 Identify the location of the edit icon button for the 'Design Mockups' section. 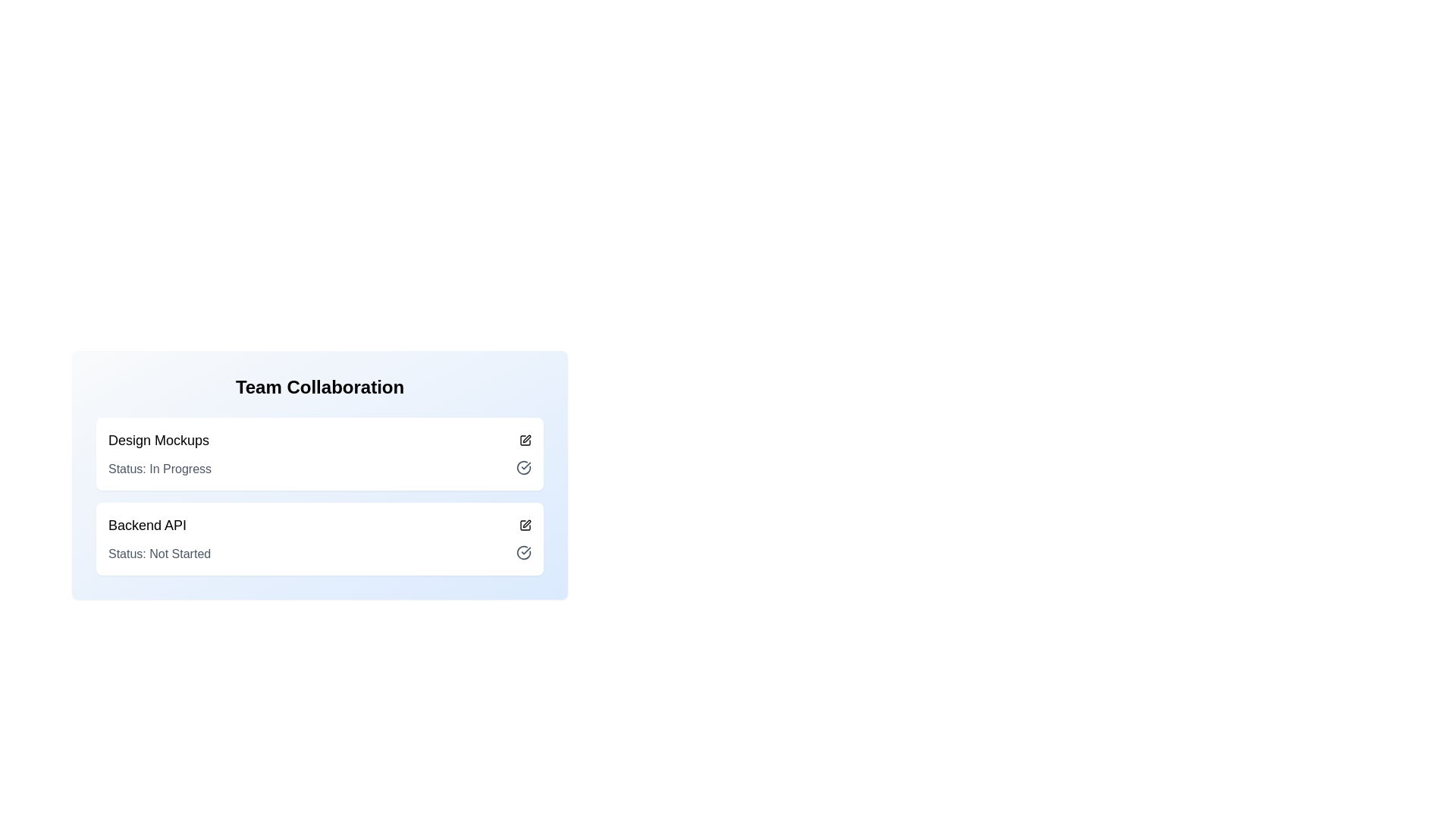
(525, 441).